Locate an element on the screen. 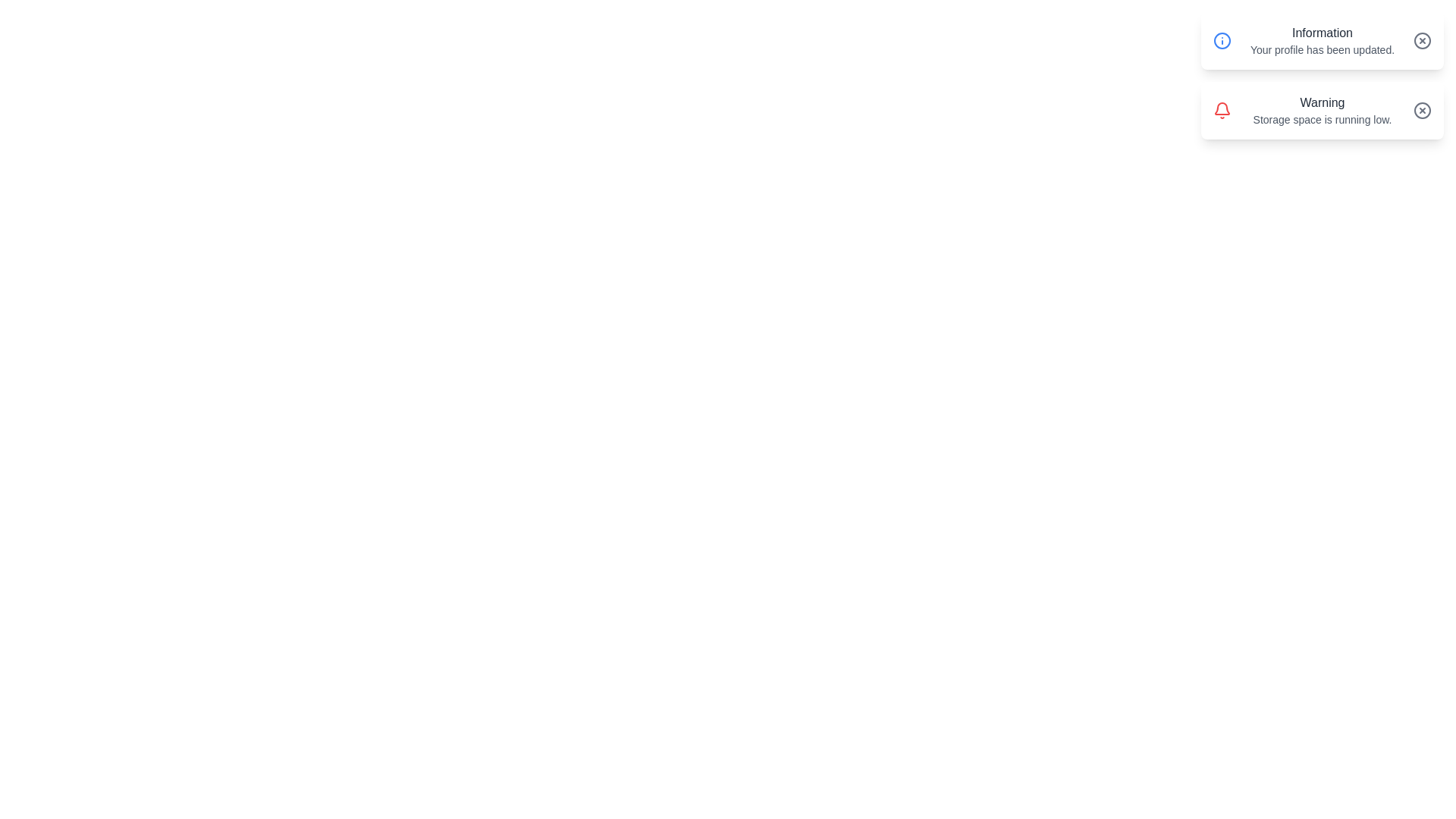 The image size is (1456, 819). the bolded text displaying 'Warning' in the notification message located at the top of the message, above the subtext 'Storage space is running low' is located at coordinates (1321, 102).